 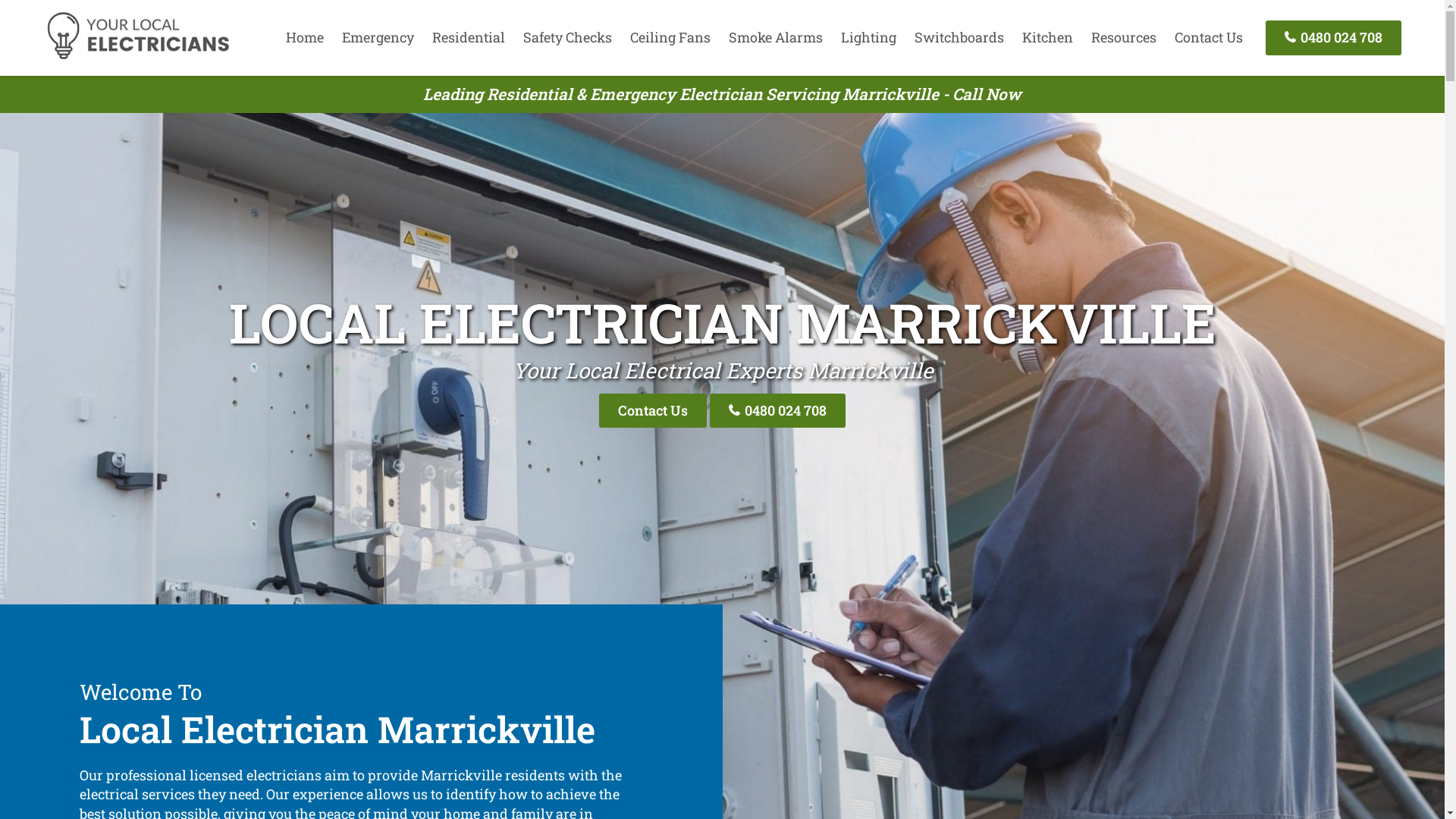 I want to click on 'Smoke Alarms', so click(x=775, y=36).